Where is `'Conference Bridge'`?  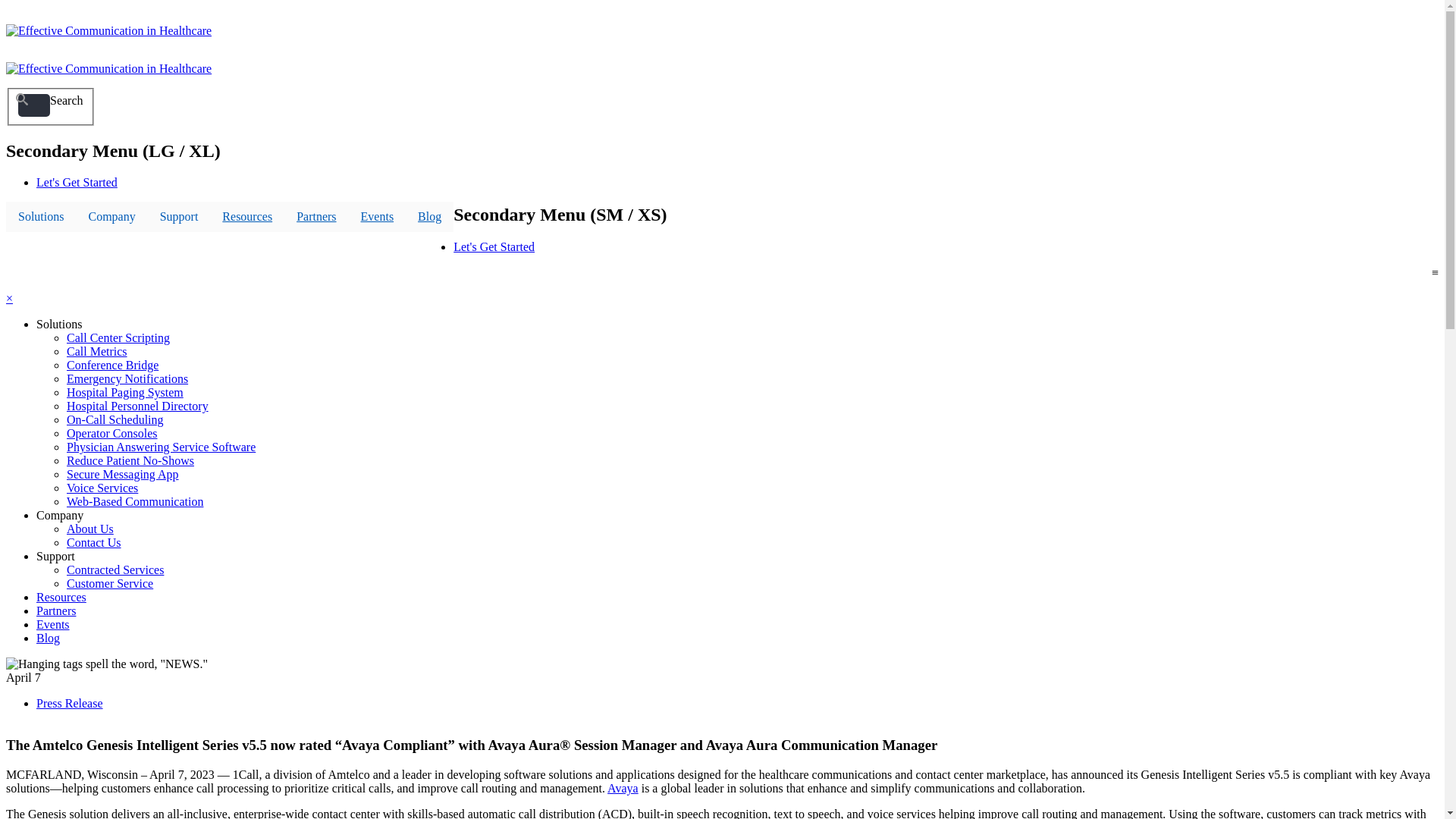 'Conference Bridge' is located at coordinates (111, 365).